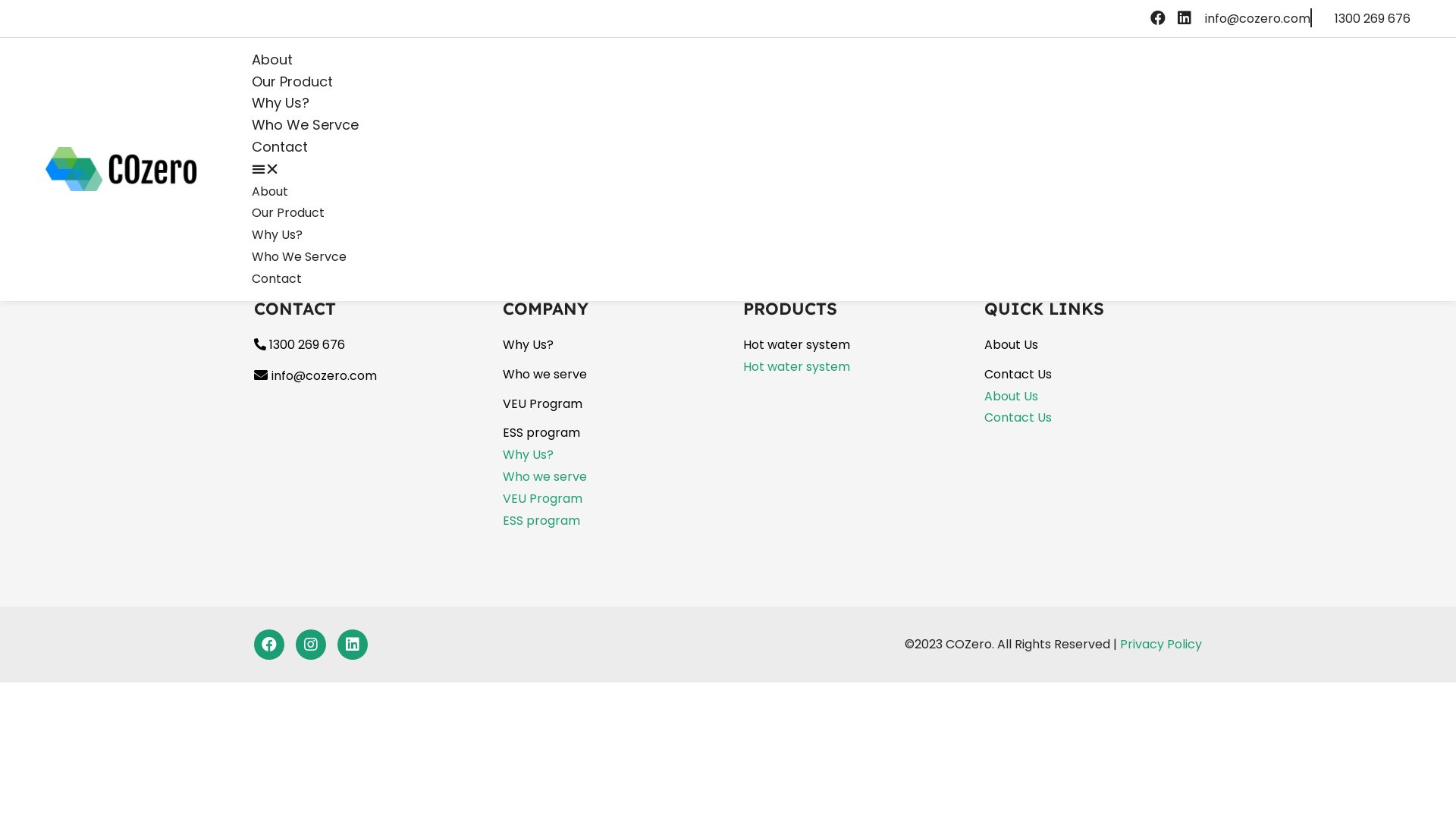 The width and height of the screenshot is (1456, 819). What do you see at coordinates (276, 278) in the screenshot?
I see `'Contact'` at bounding box center [276, 278].